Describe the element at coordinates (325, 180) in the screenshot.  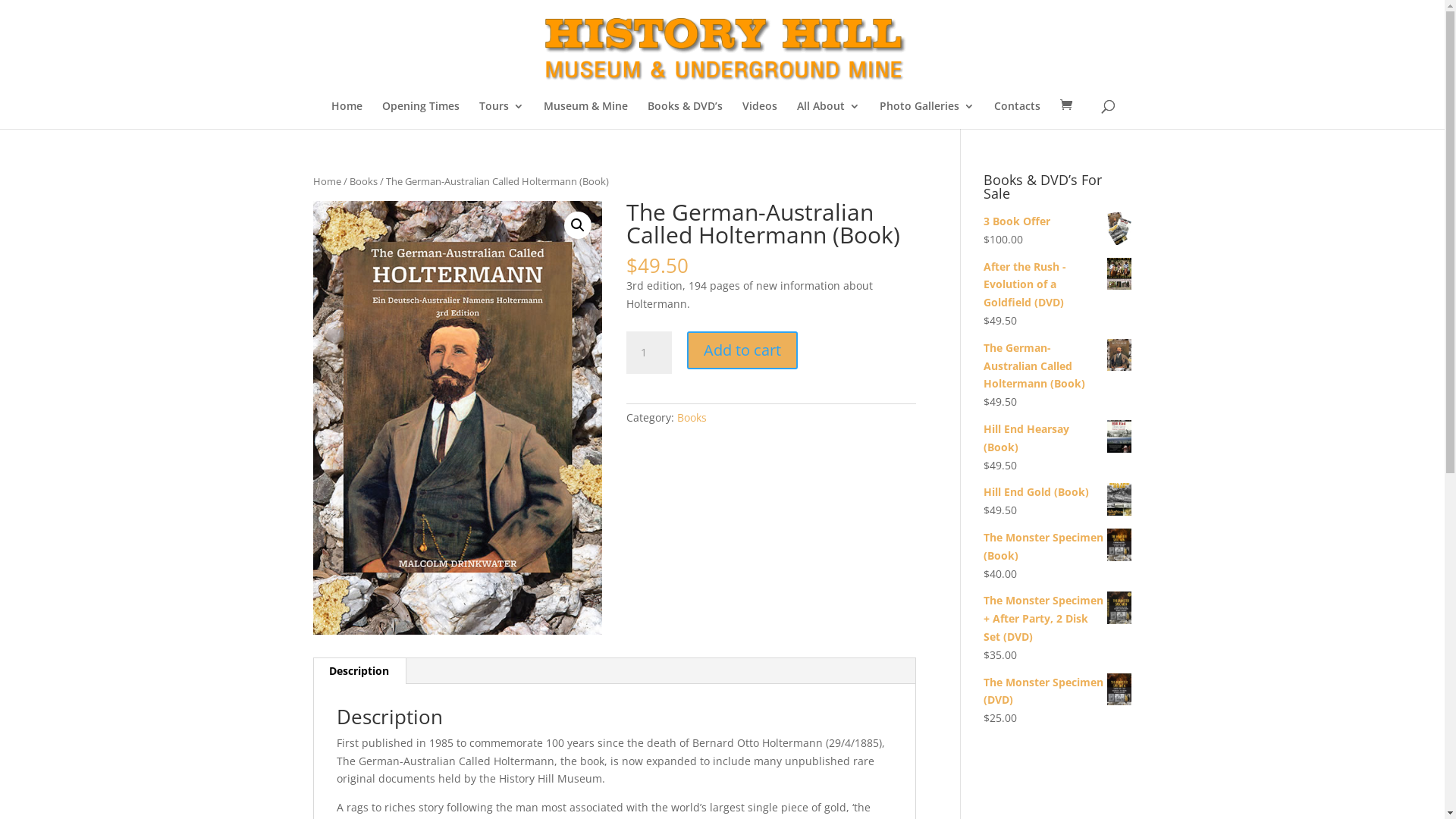
I see `'Home'` at that location.